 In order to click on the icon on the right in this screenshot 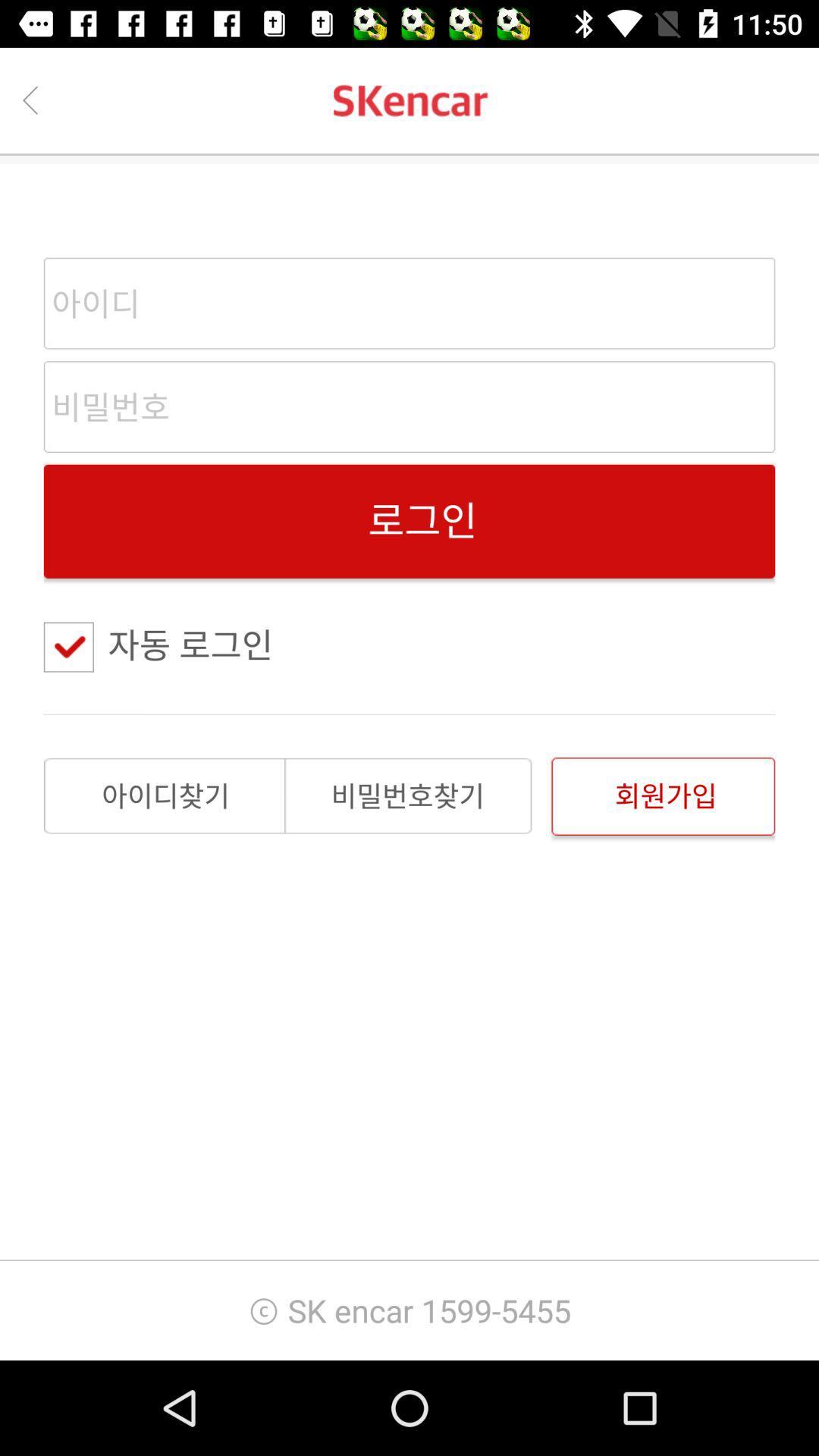, I will do `click(662, 795)`.